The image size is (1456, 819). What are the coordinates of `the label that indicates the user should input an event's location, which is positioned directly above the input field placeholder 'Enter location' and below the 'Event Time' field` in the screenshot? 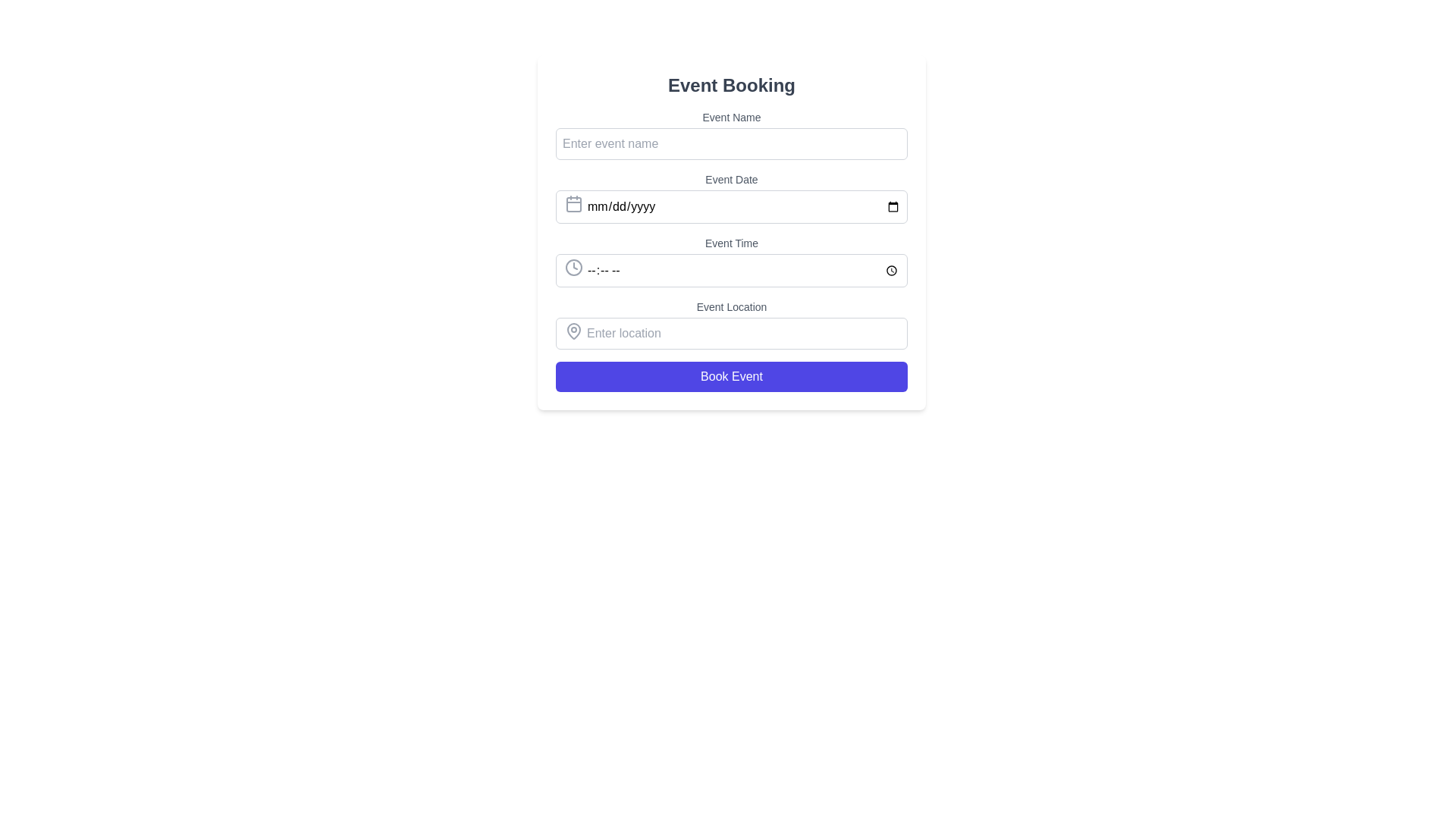 It's located at (731, 307).